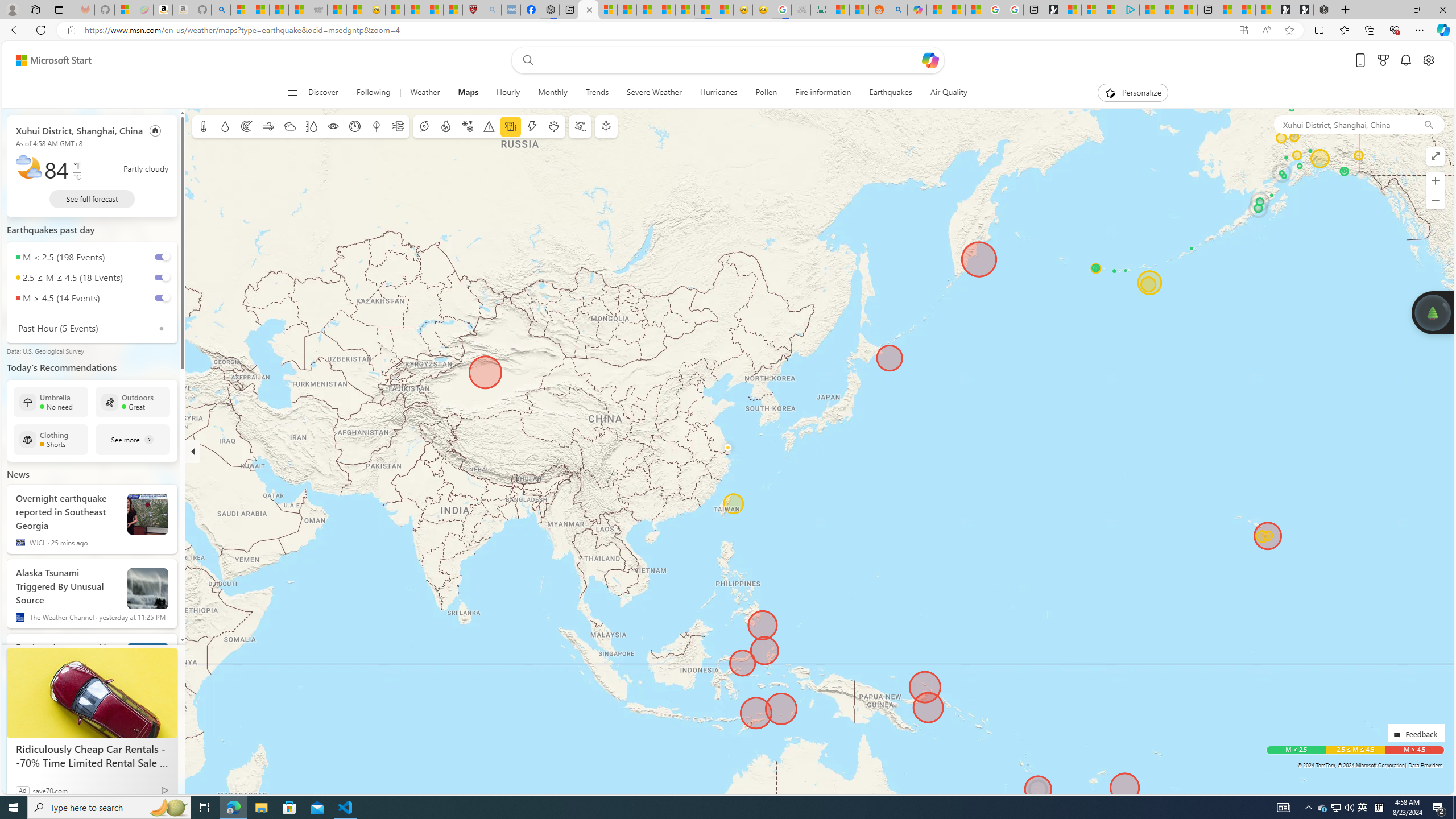 This screenshot has width=1456, height=819. I want to click on 'Microsoft-Report a Concern to Bing', so click(123, 9).